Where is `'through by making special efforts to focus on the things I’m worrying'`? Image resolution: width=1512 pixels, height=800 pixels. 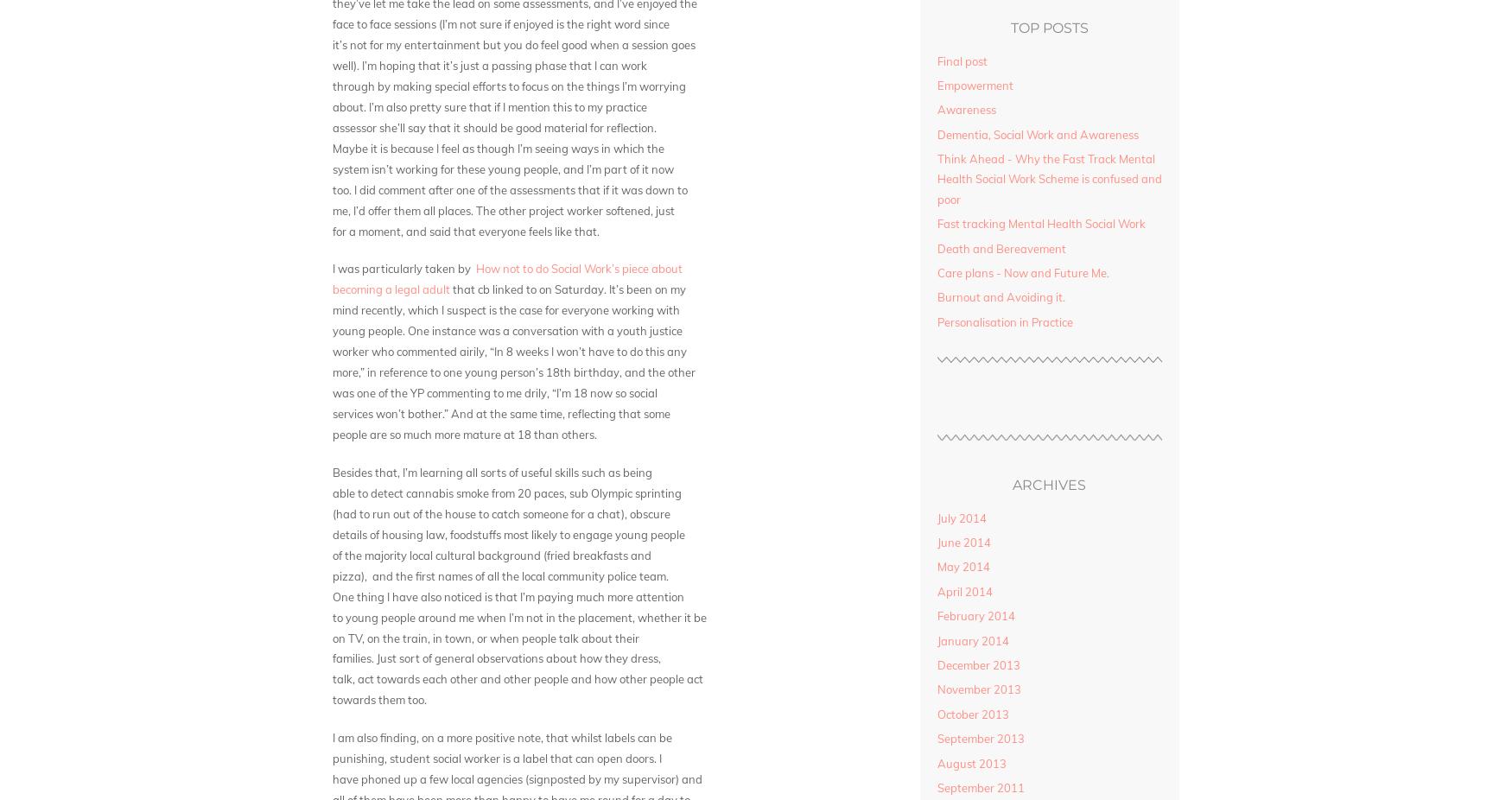 'through by making special efforts to focus on the things I’m worrying' is located at coordinates (509, 84).